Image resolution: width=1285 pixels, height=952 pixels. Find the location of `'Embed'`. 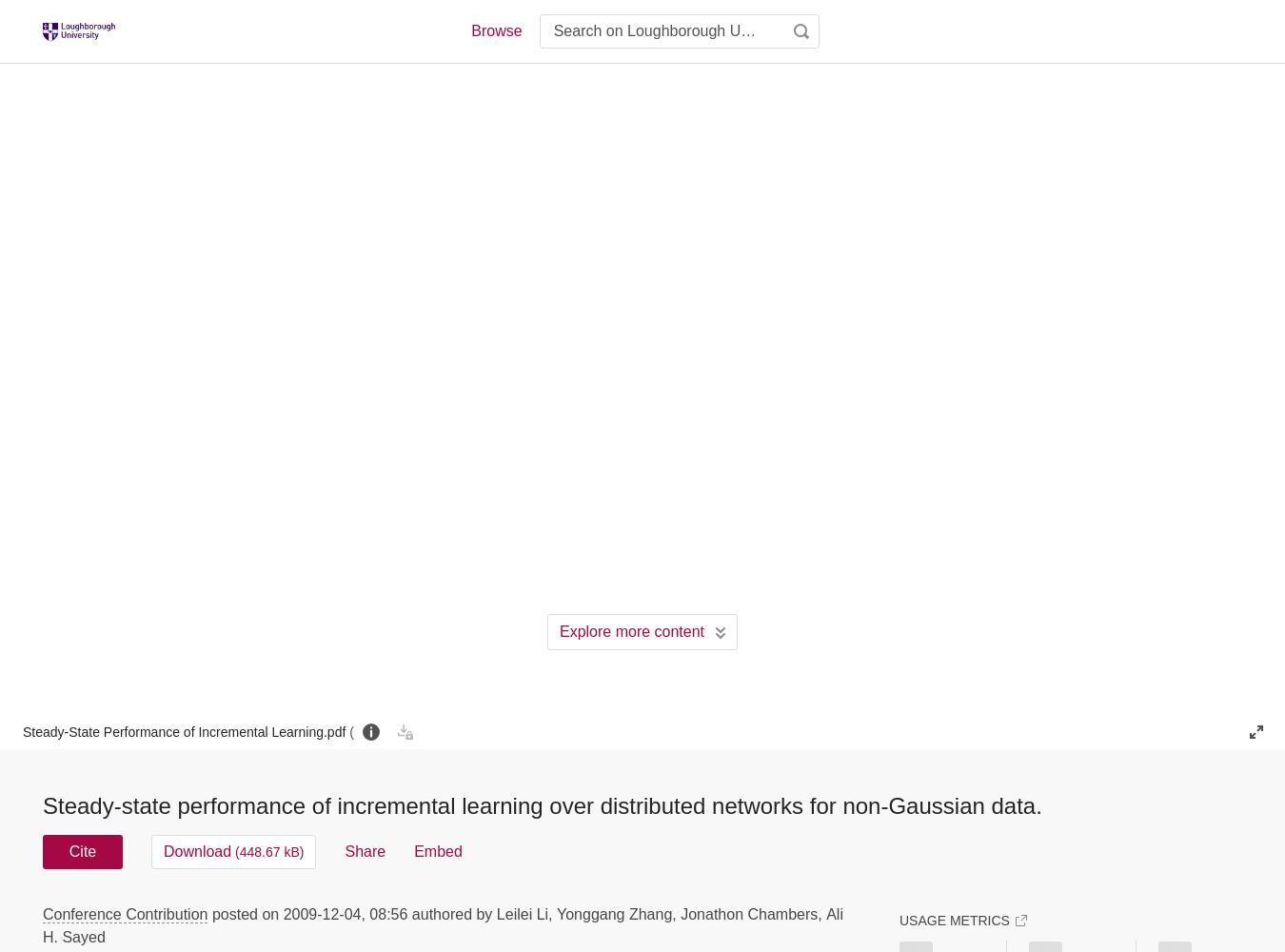

'Embed' is located at coordinates (436, 850).